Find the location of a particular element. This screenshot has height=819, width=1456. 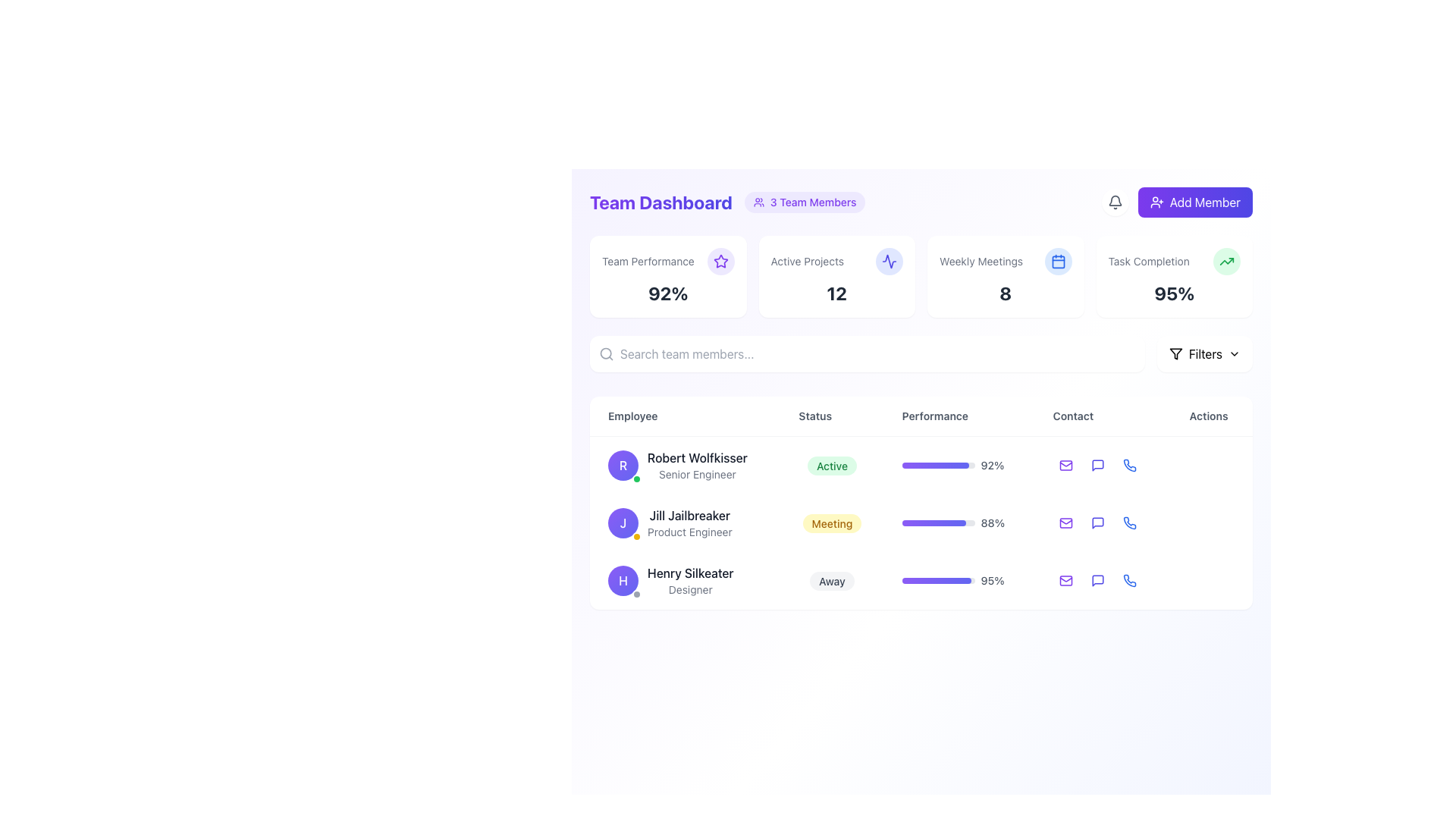

the static text label 'Team Performance' located in the top-left corner of its group, which precedes a violet circular icon and a star-shaped SVG graphic is located at coordinates (648, 260).